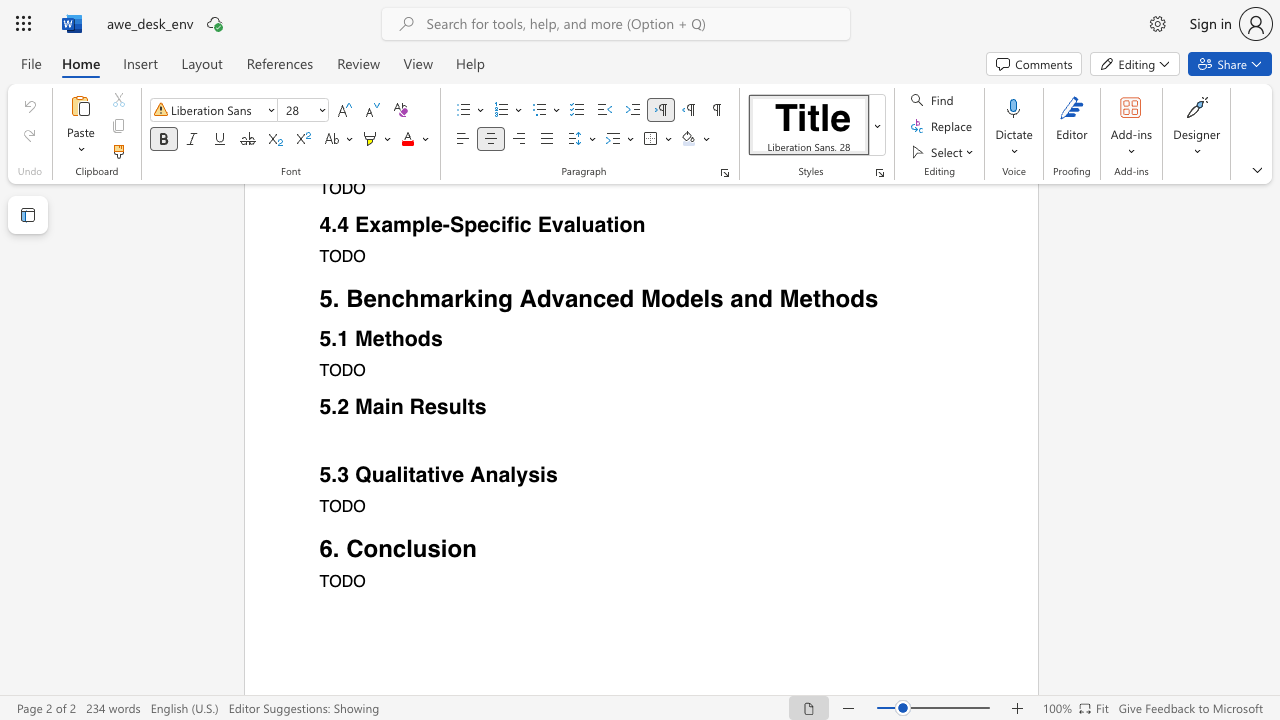 This screenshot has width=1280, height=720. Describe the element at coordinates (318, 475) in the screenshot. I see `the subset text "5.3 Qualitative" within the text "5.3 Qualitative Analysis"` at that location.